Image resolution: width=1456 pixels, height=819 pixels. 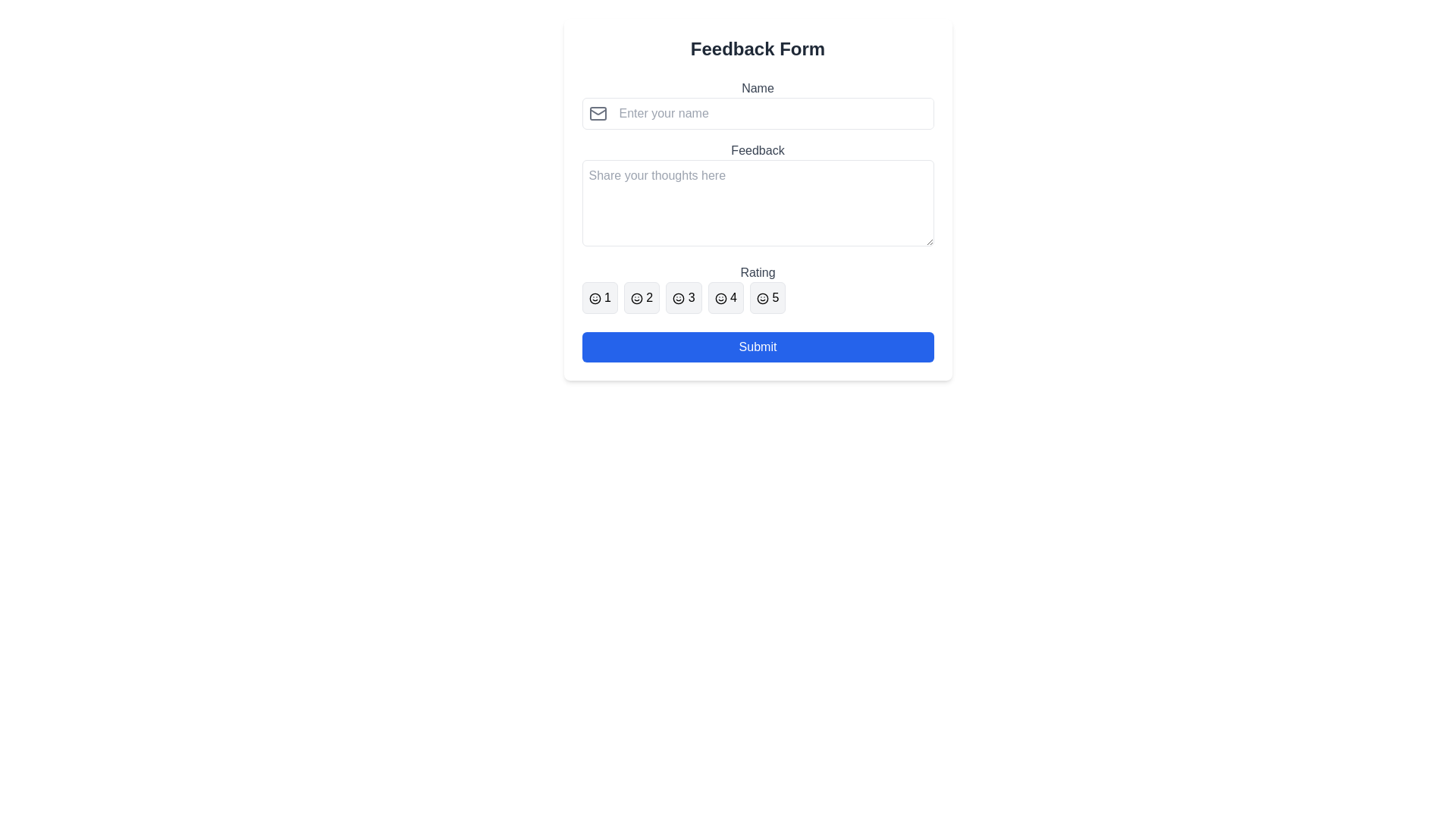 I want to click on the 'Submit' button with a blue background and white text located at the bottom of the feedback form under the 'Rating' section to change its color, so click(x=758, y=347).